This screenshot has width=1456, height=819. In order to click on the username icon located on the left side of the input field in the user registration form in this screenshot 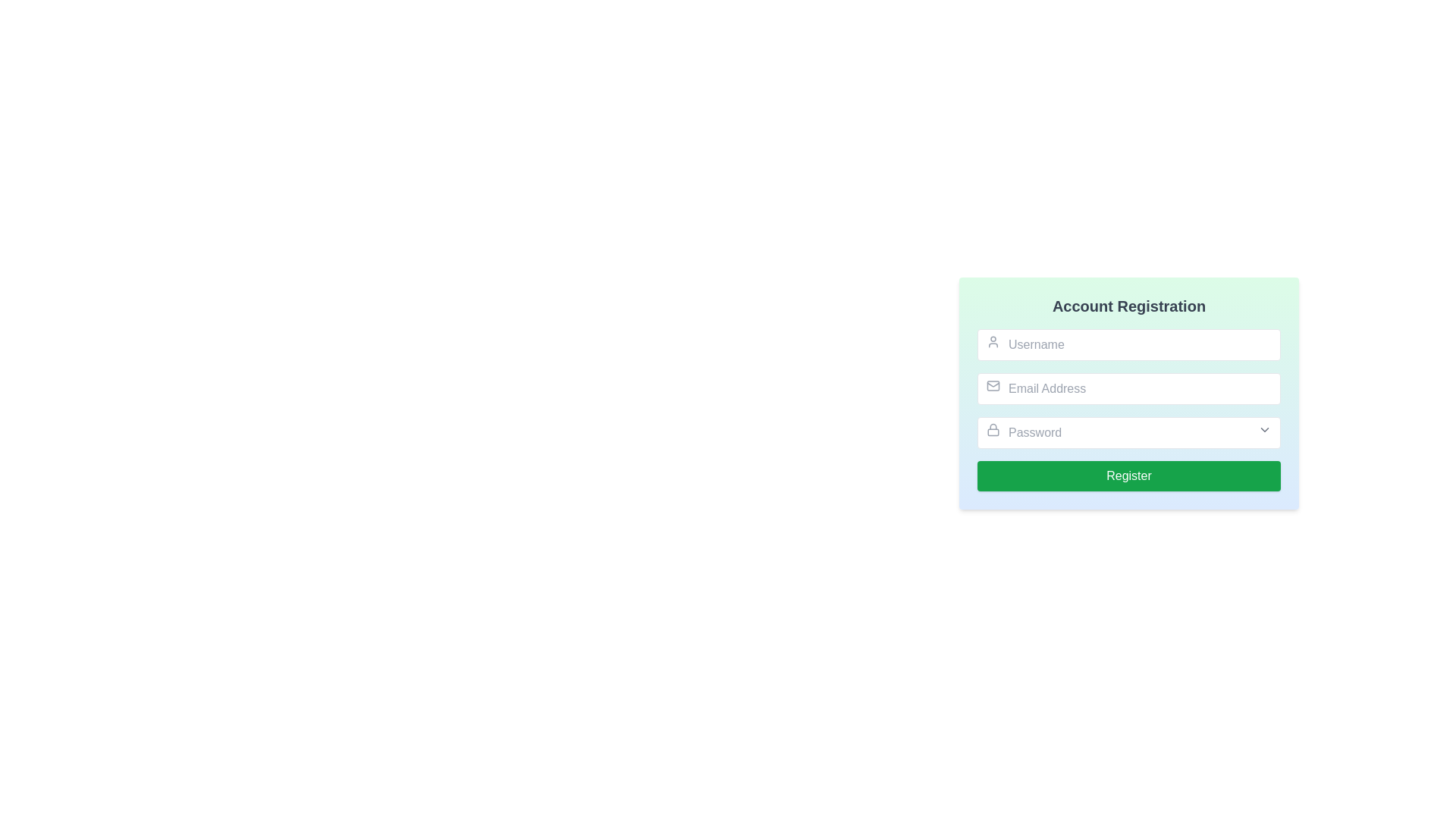, I will do `click(993, 342)`.